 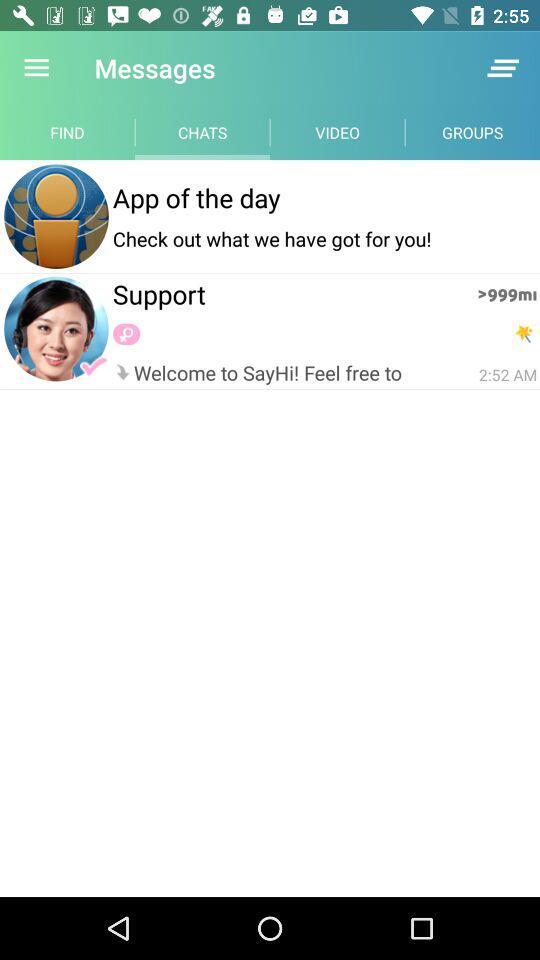 What do you see at coordinates (337, 131) in the screenshot?
I see `the video text option` at bounding box center [337, 131].